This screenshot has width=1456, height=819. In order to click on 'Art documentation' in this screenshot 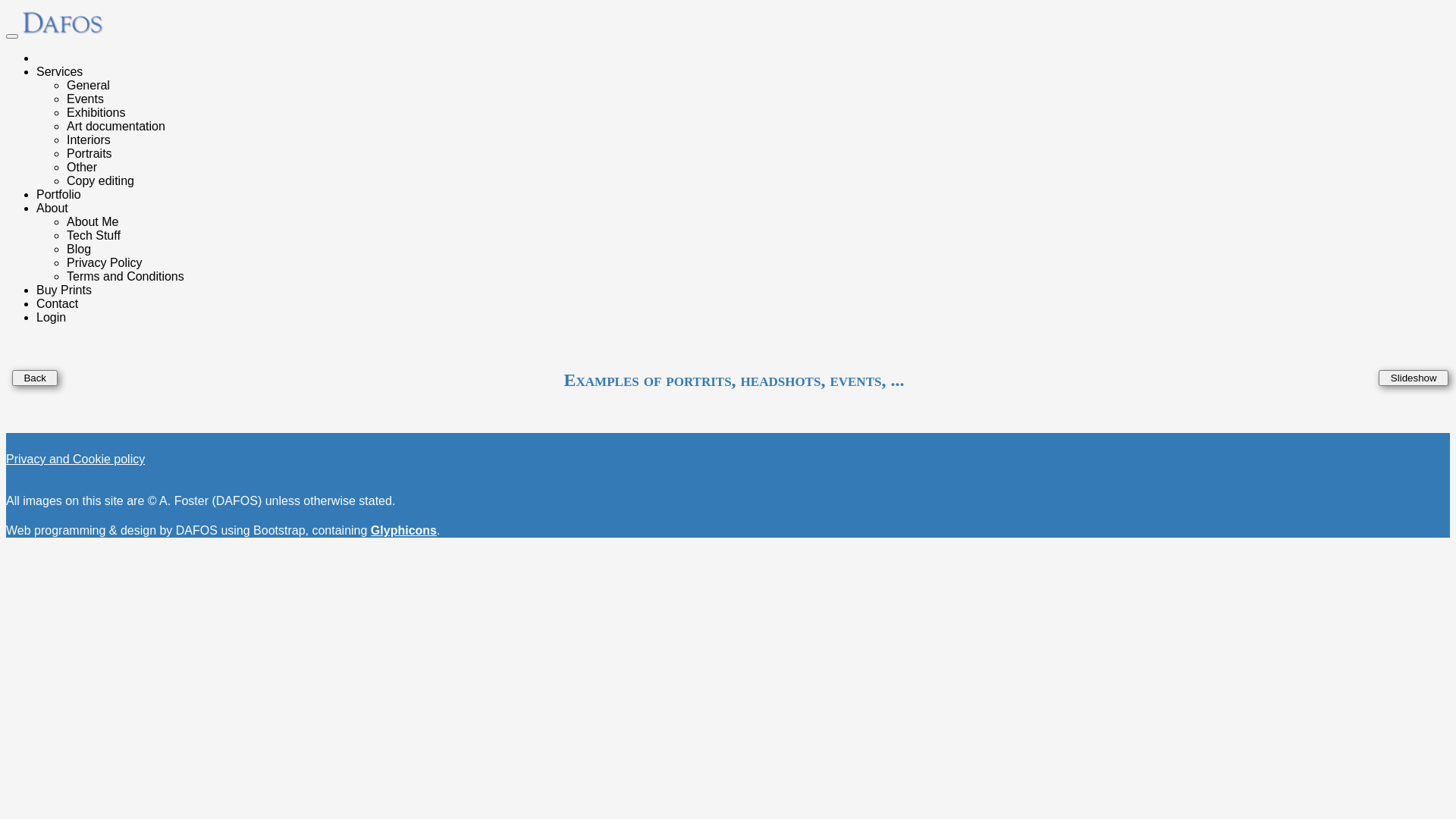, I will do `click(115, 125)`.